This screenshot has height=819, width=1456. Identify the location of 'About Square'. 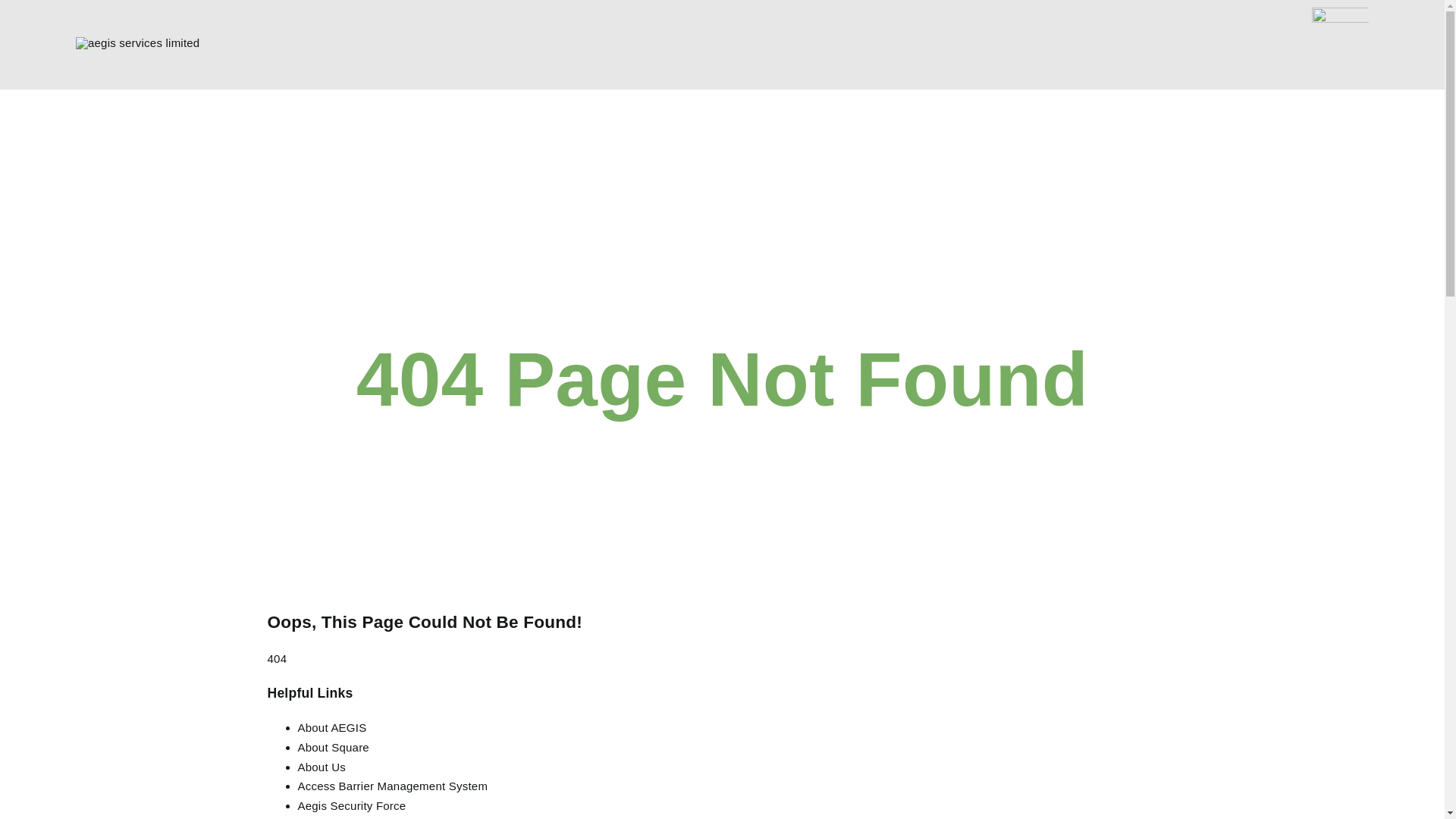
(331, 746).